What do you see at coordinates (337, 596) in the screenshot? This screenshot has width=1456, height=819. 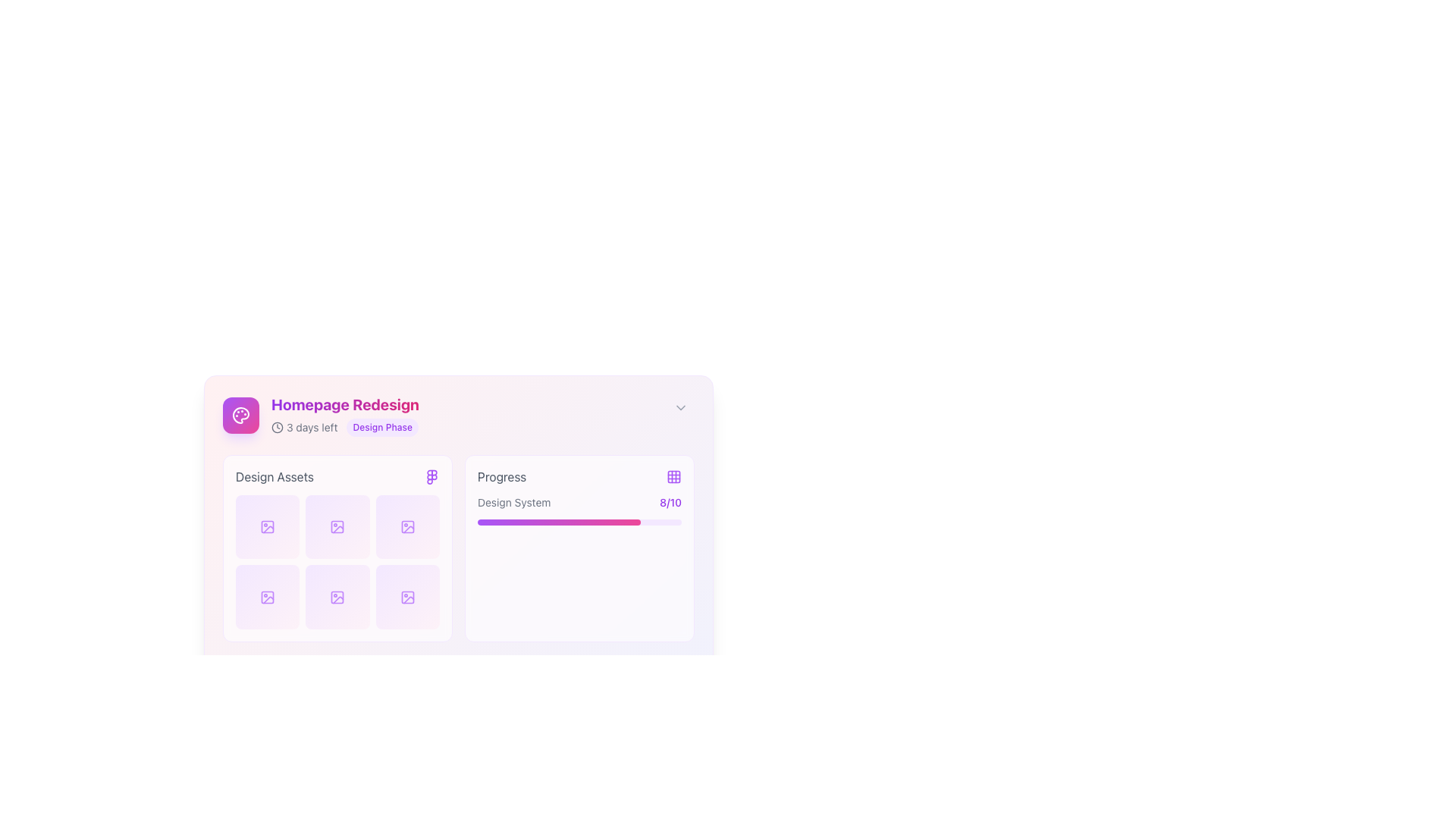 I see `the purple icon within the lower-middle square of the 'Design Assets' grid` at bounding box center [337, 596].